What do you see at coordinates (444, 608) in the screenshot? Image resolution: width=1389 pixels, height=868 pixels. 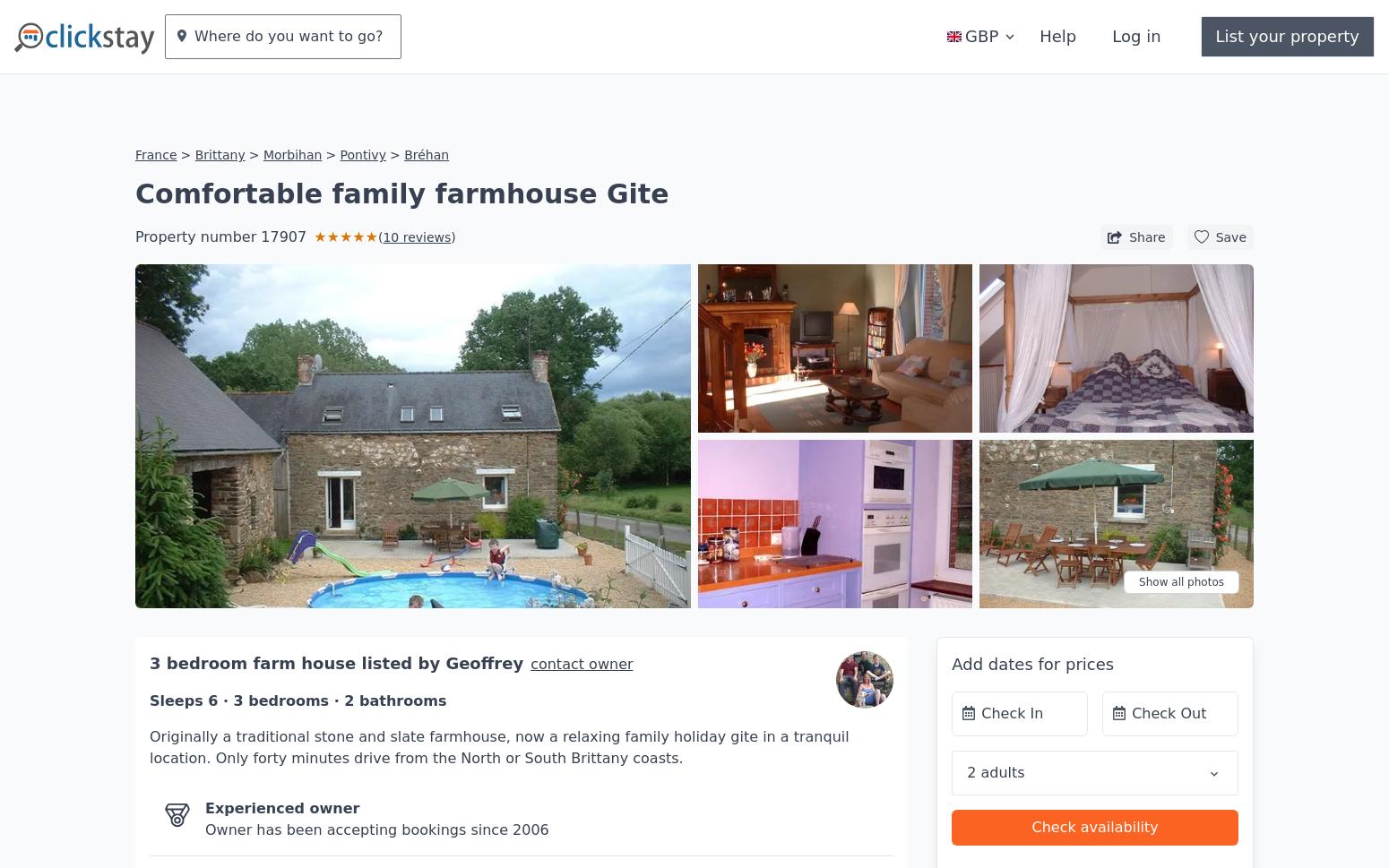 I see `'Geoffrey'` at bounding box center [444, 608].